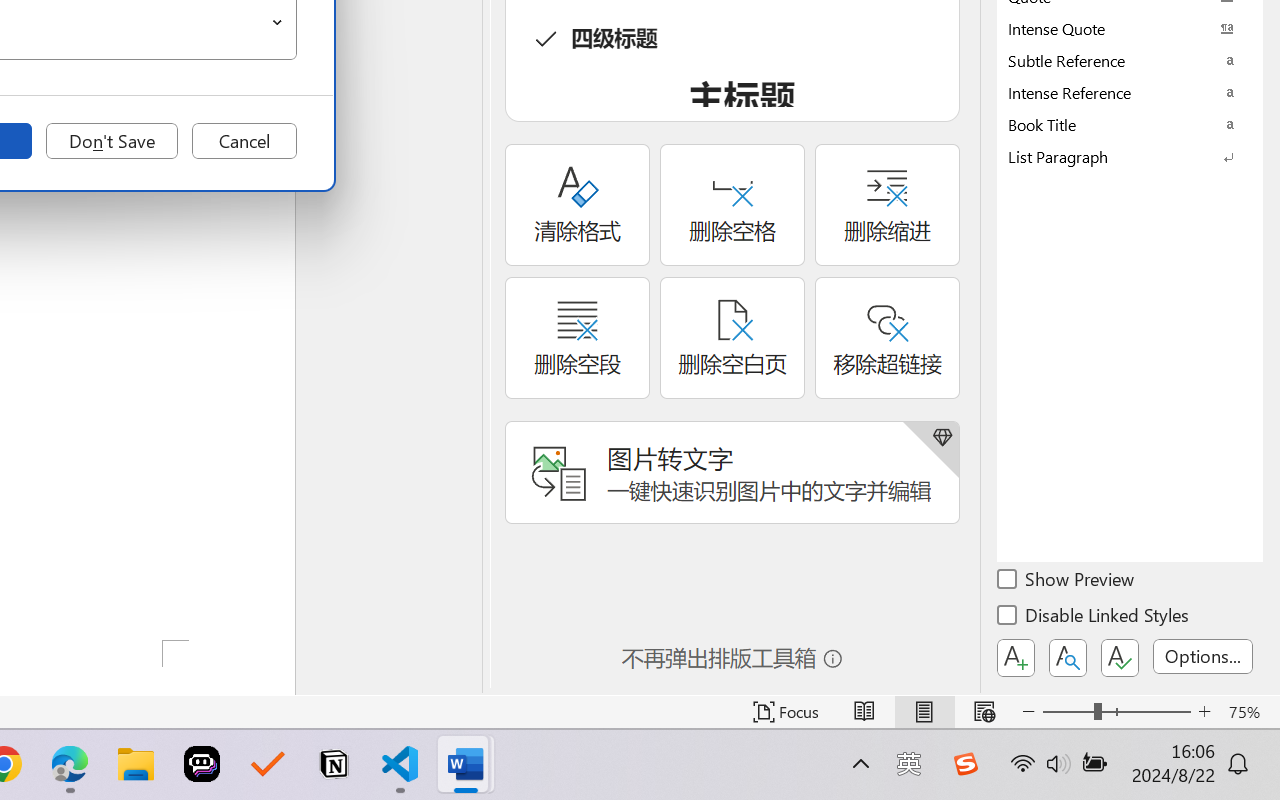  What do you see at coordinates (923, 711) in the screenshot?
I see `'Print Layout'` at bounding box center [923, 711].